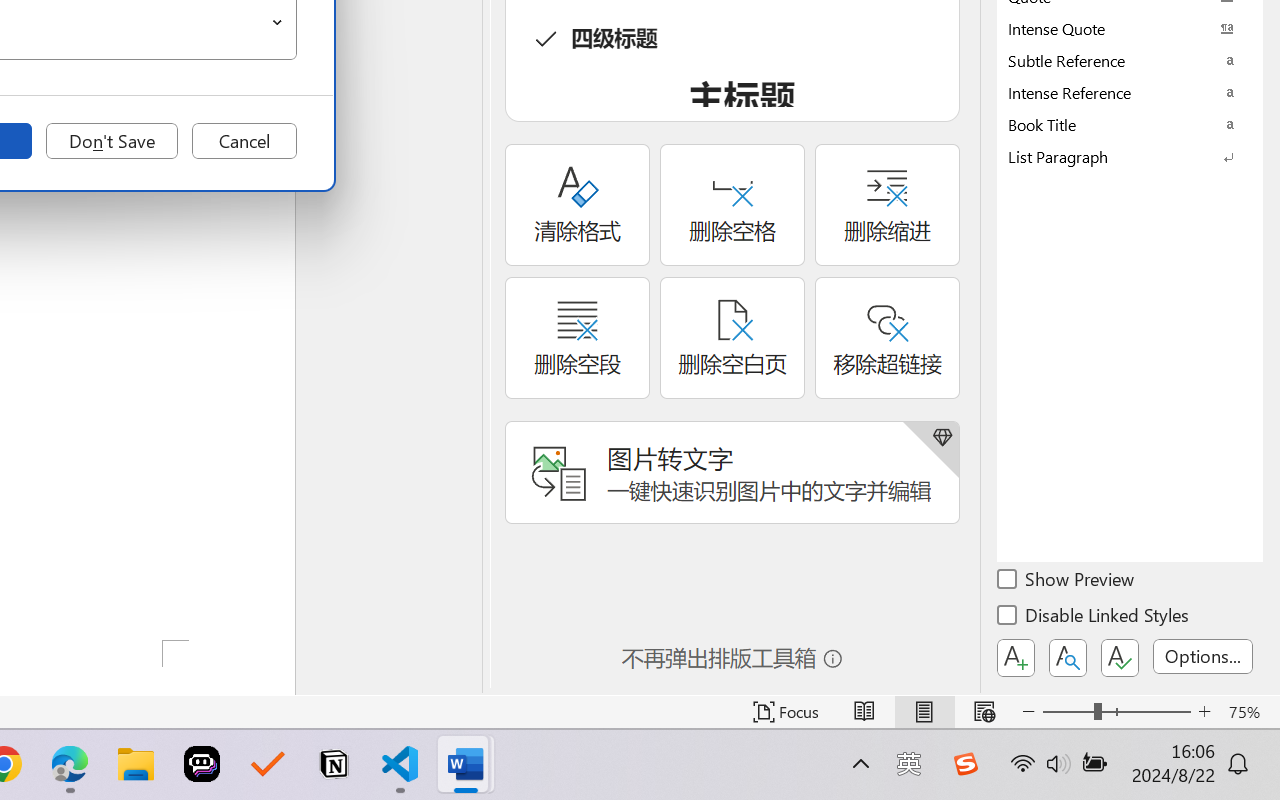  What do you see at coordinates (923, 711) in the screenshot?
I see `'Print Layout'` at bounding box center [923, 711].